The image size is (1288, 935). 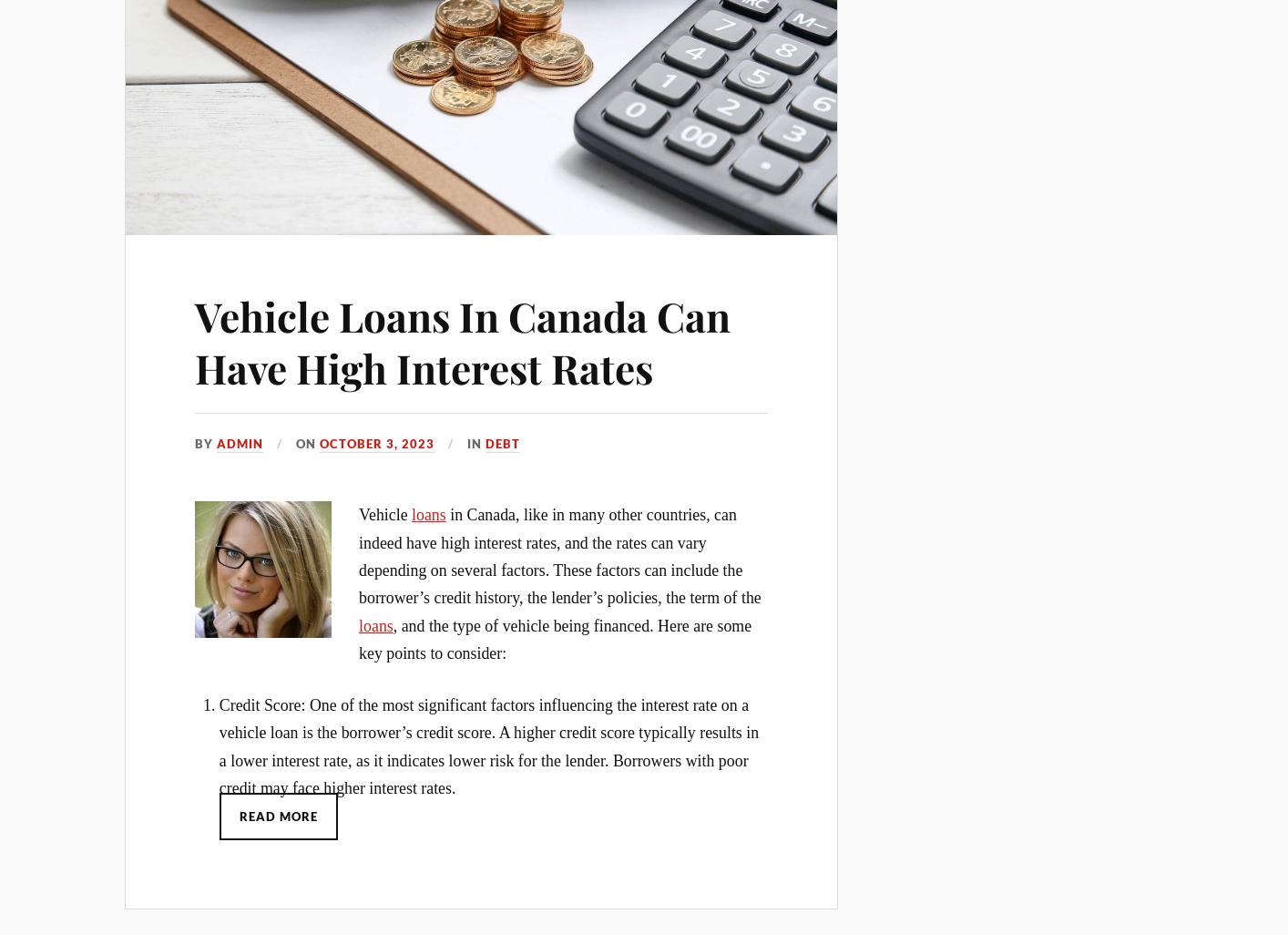 I want to click on 'Read More', so click(x=276, y=816).